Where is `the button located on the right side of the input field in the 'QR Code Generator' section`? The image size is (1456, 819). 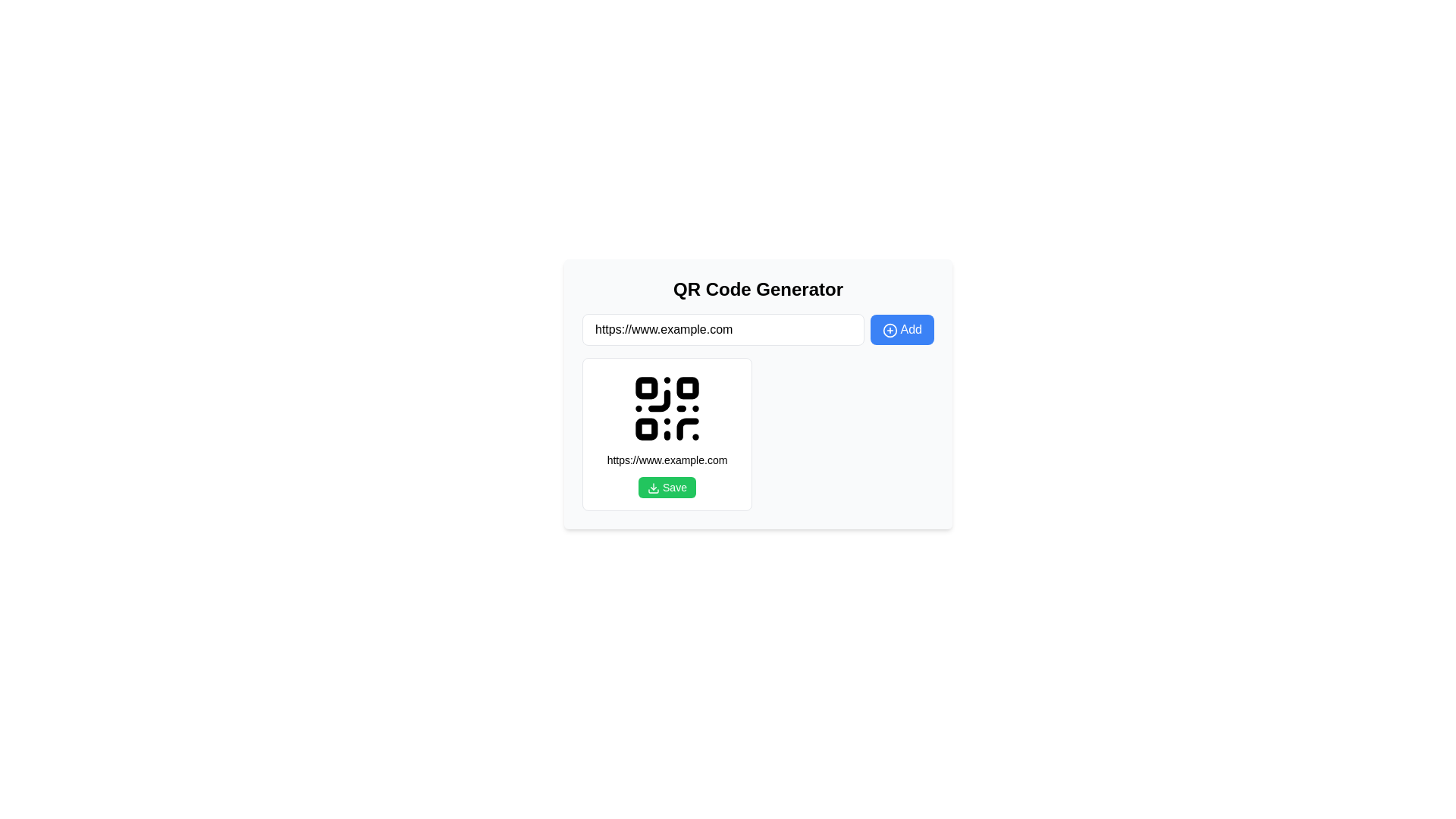 the button located on the right side of the input field in the 'QR Code Generator' section is located at coordinates (902, 329).